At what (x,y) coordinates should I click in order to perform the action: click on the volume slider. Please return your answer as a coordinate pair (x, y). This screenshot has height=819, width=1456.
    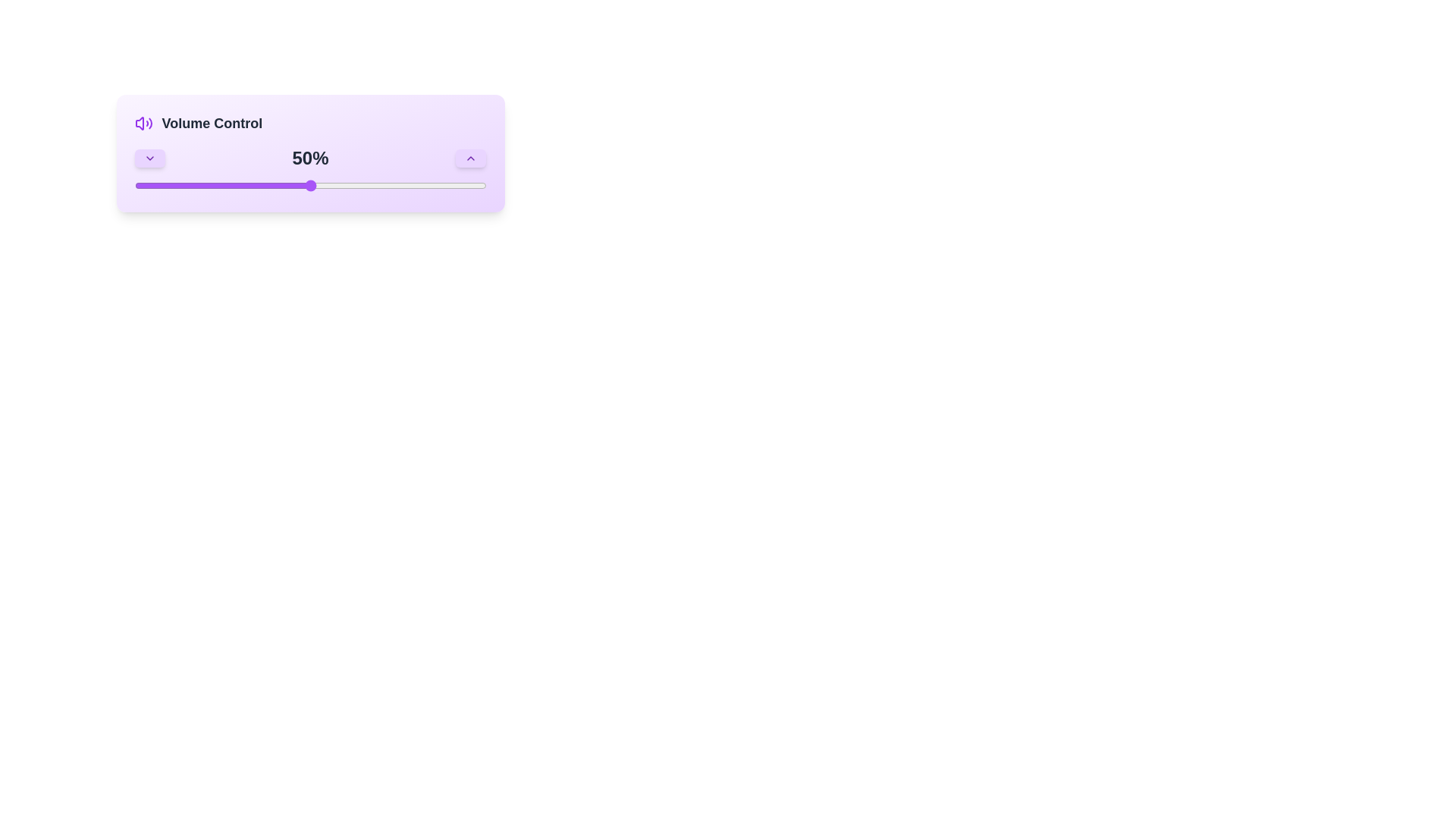
    Looking at the image, I should click on (313, 185).